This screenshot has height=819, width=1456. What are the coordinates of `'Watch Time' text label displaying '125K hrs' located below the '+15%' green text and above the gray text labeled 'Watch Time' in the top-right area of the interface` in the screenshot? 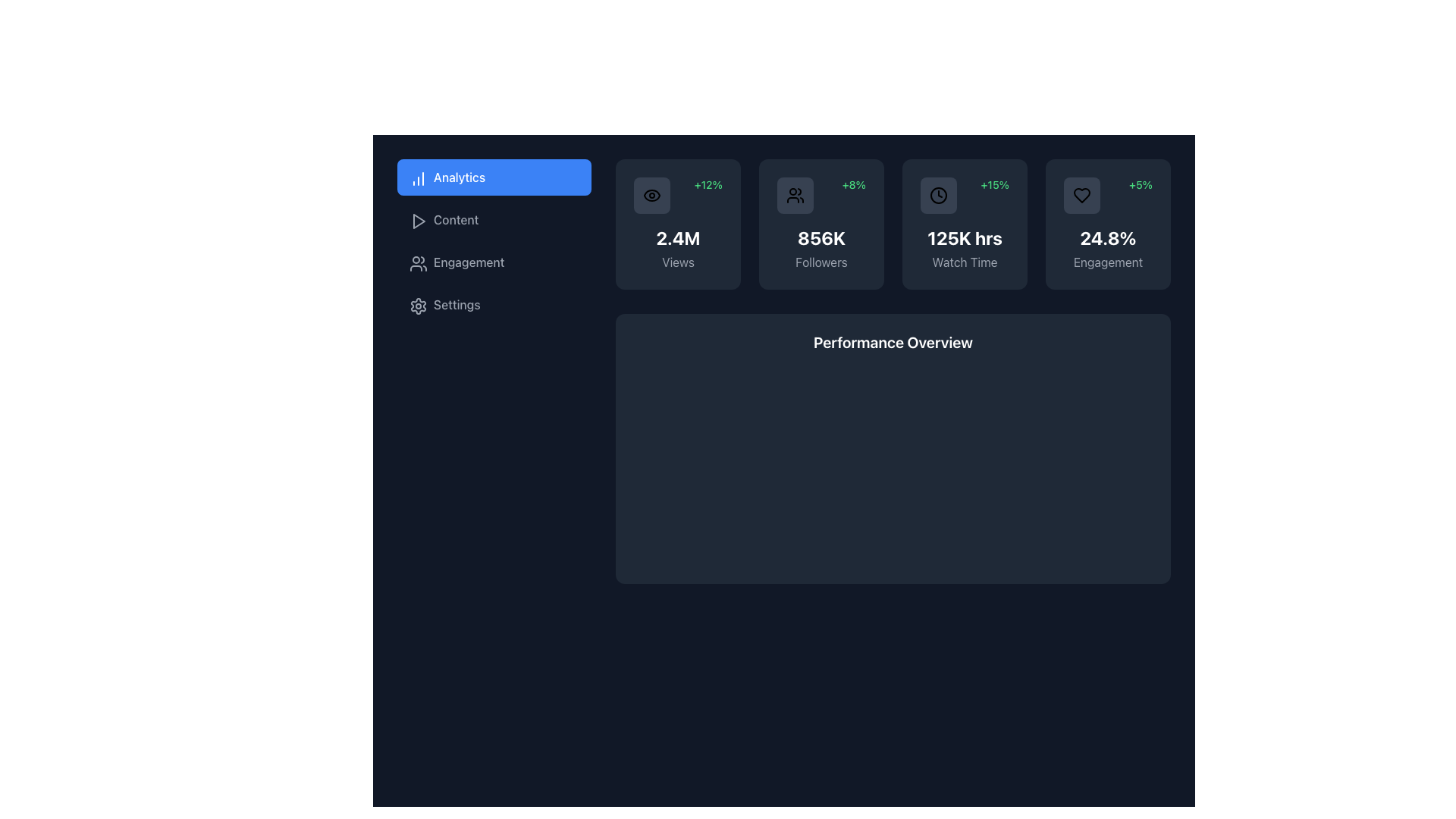 It's located at (964, 237).